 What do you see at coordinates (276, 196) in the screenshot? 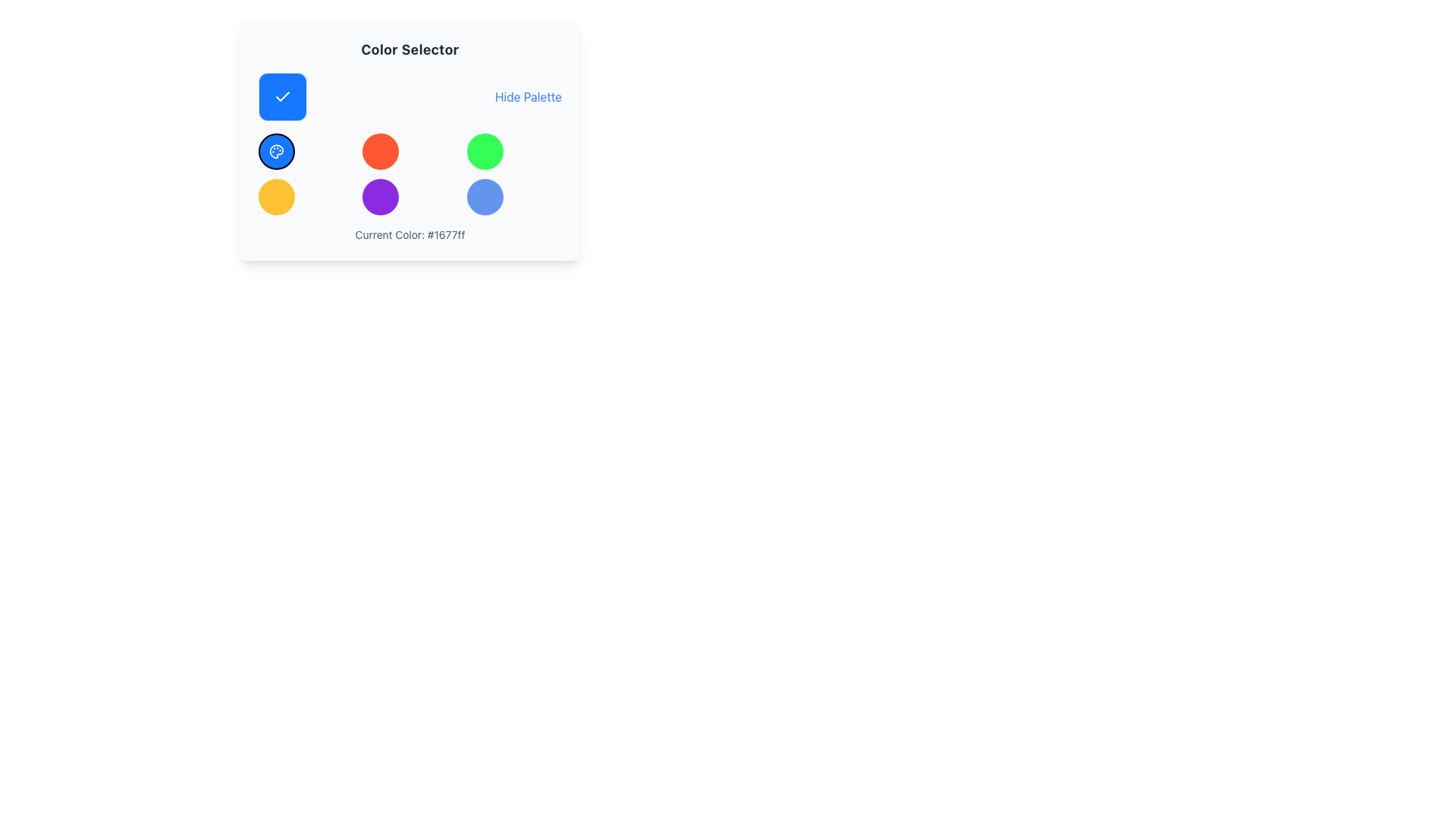
I see `the circular button with a yellow background located in the third row and first column of the grid layout` at bounding box center [276, 196].